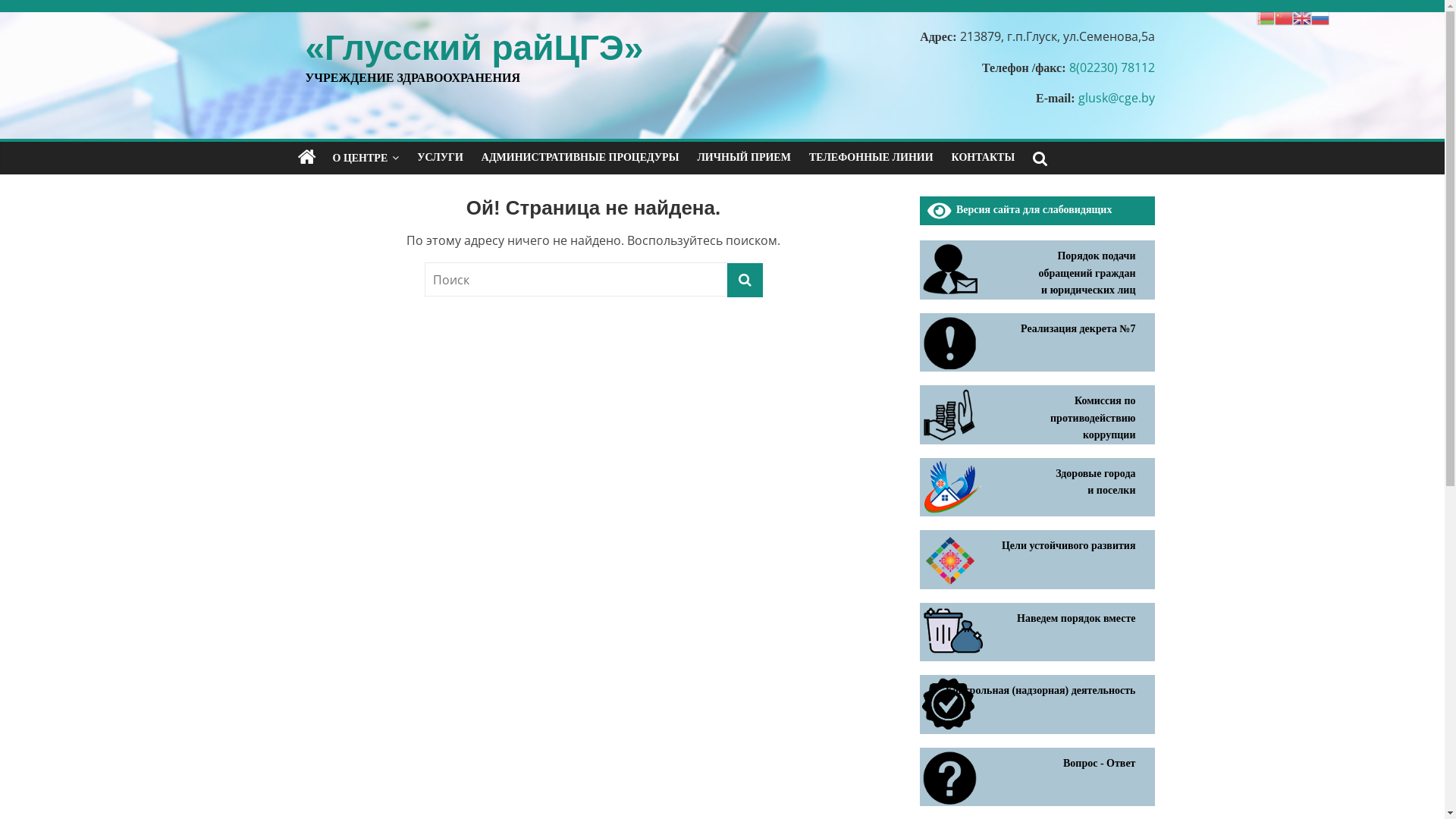 The width and height of the screenshot is (1456, 819). Describe the element at coordinates (1301, 17) in the screenshot. I see `'English'` at that location.